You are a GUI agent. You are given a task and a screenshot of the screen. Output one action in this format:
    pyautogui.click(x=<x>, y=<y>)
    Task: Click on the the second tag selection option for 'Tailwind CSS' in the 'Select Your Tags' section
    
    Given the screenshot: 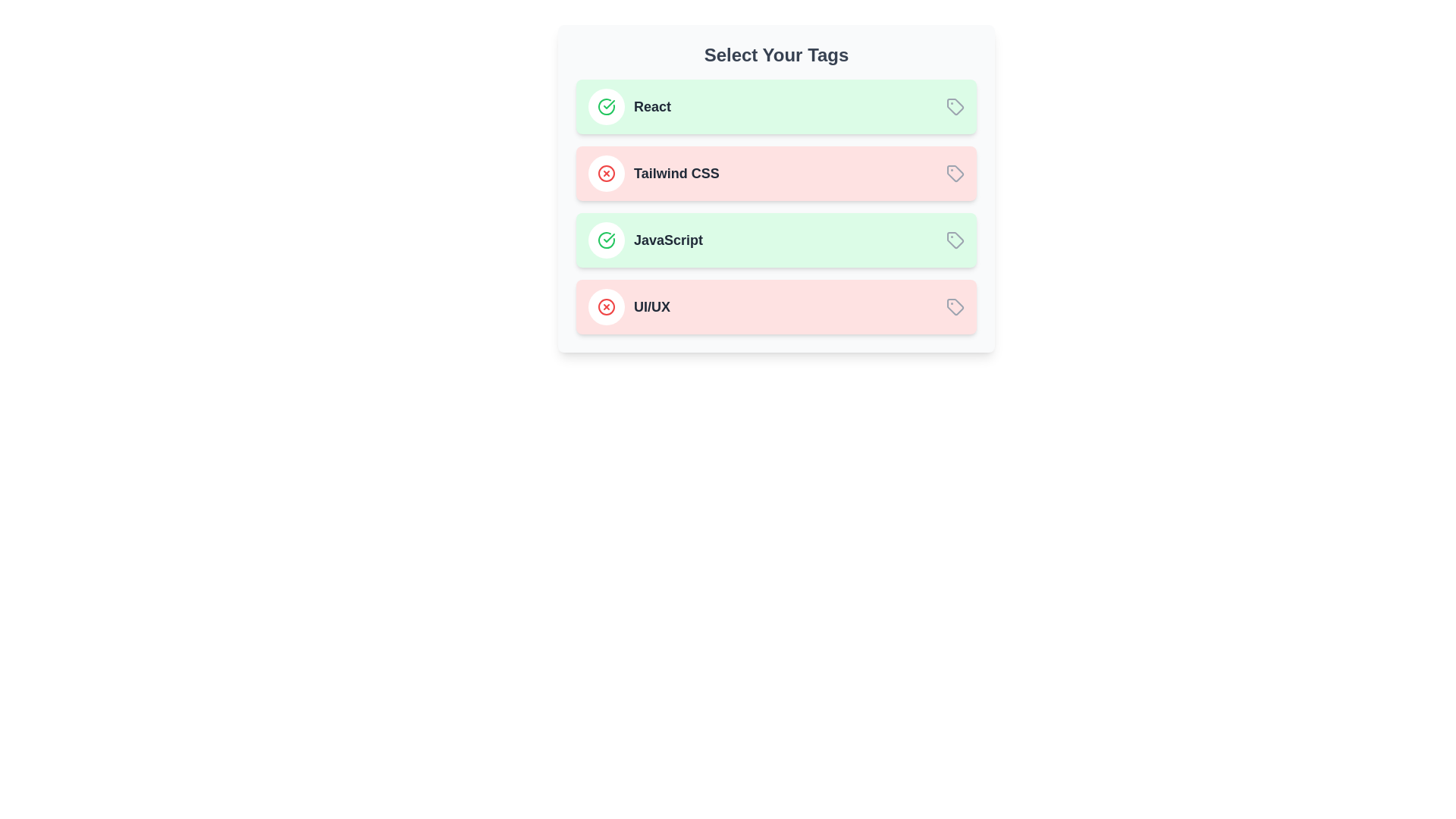 What is the action you would take?
    pyautogui.click(x=776, y=172)
    